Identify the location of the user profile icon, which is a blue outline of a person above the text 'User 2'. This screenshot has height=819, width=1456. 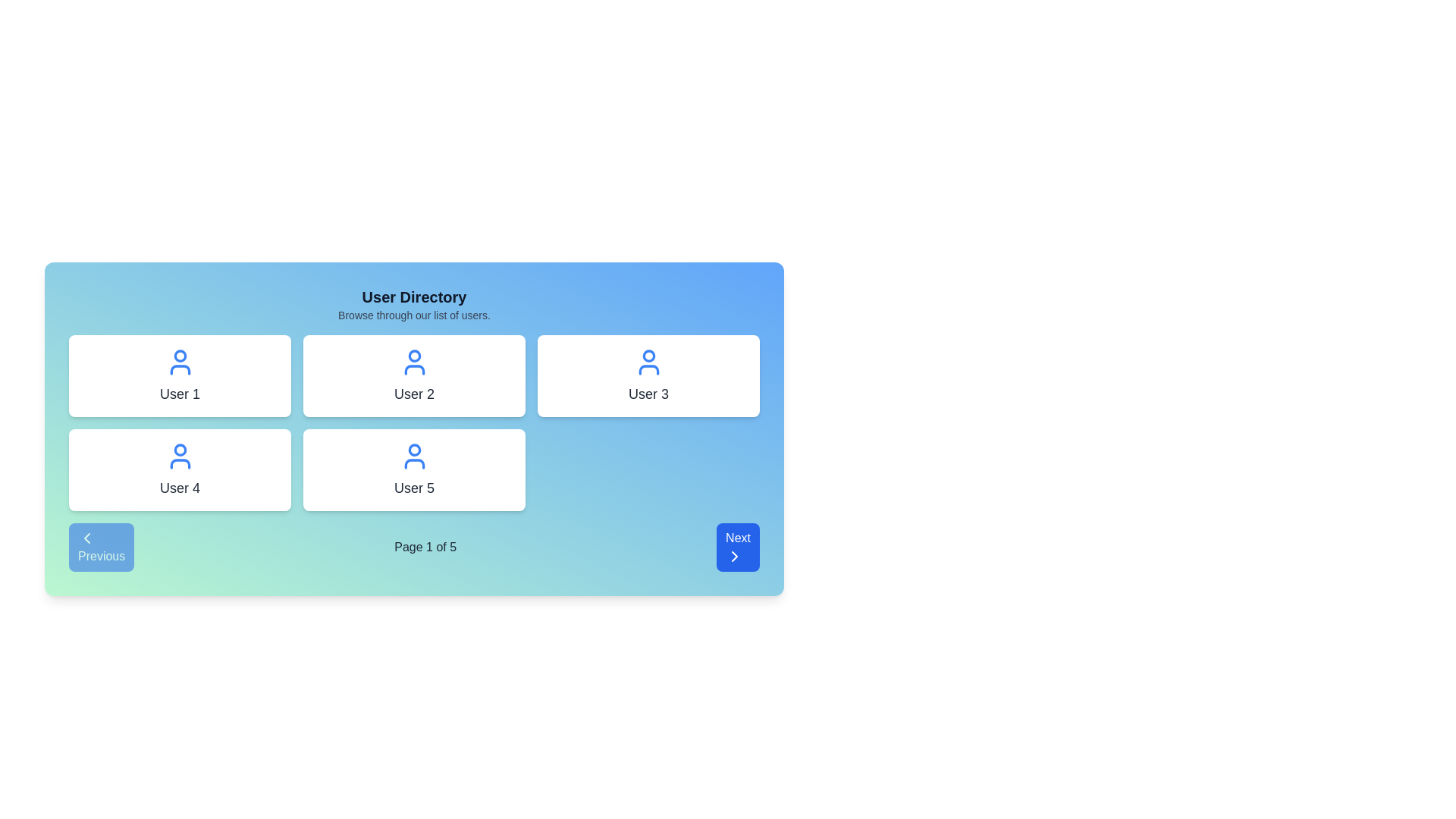
(414, 362).